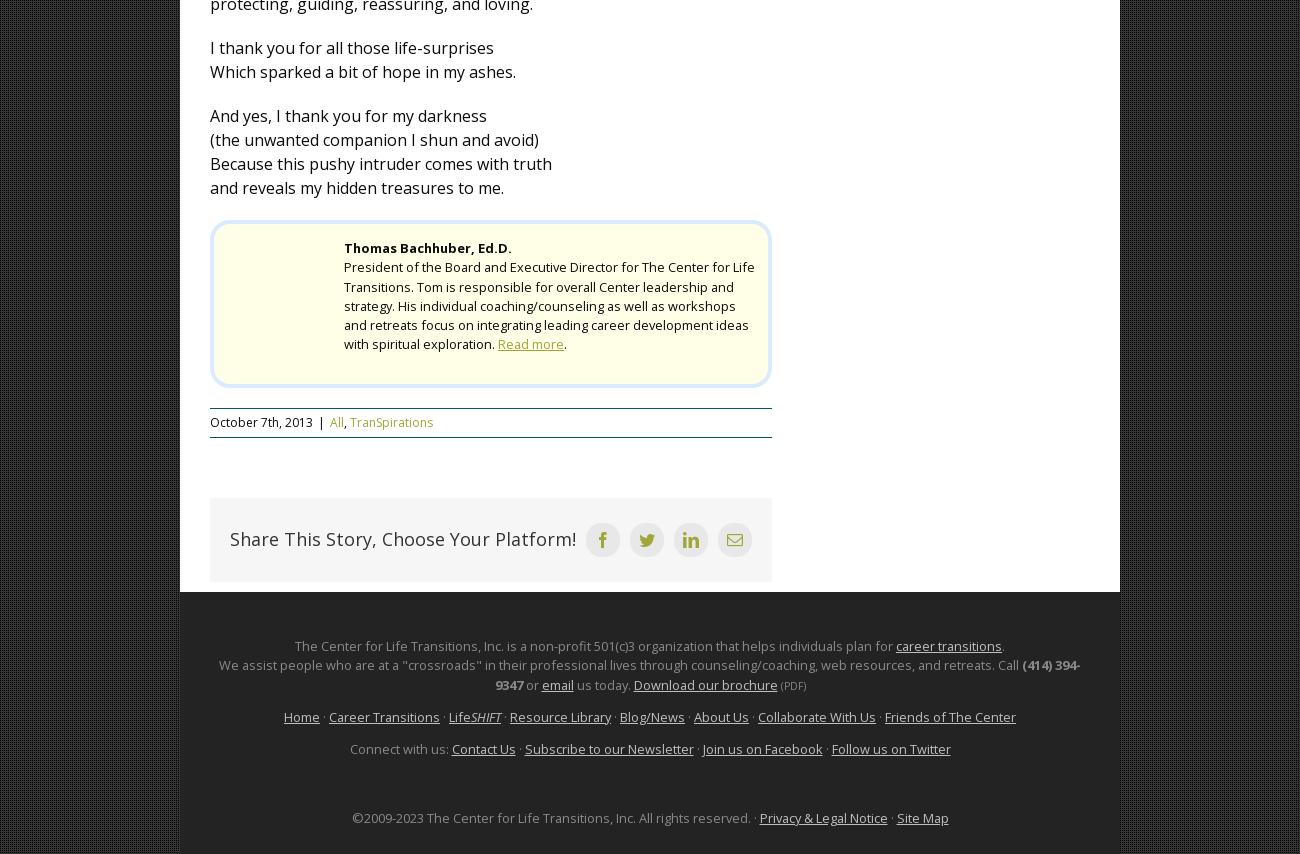 The width and height of the screenshot is (1300, 854). What do you see at coordinates (761, 747) in the screenshot?
I see `'Join us on Facebook'` at bounding box center [761, 747].